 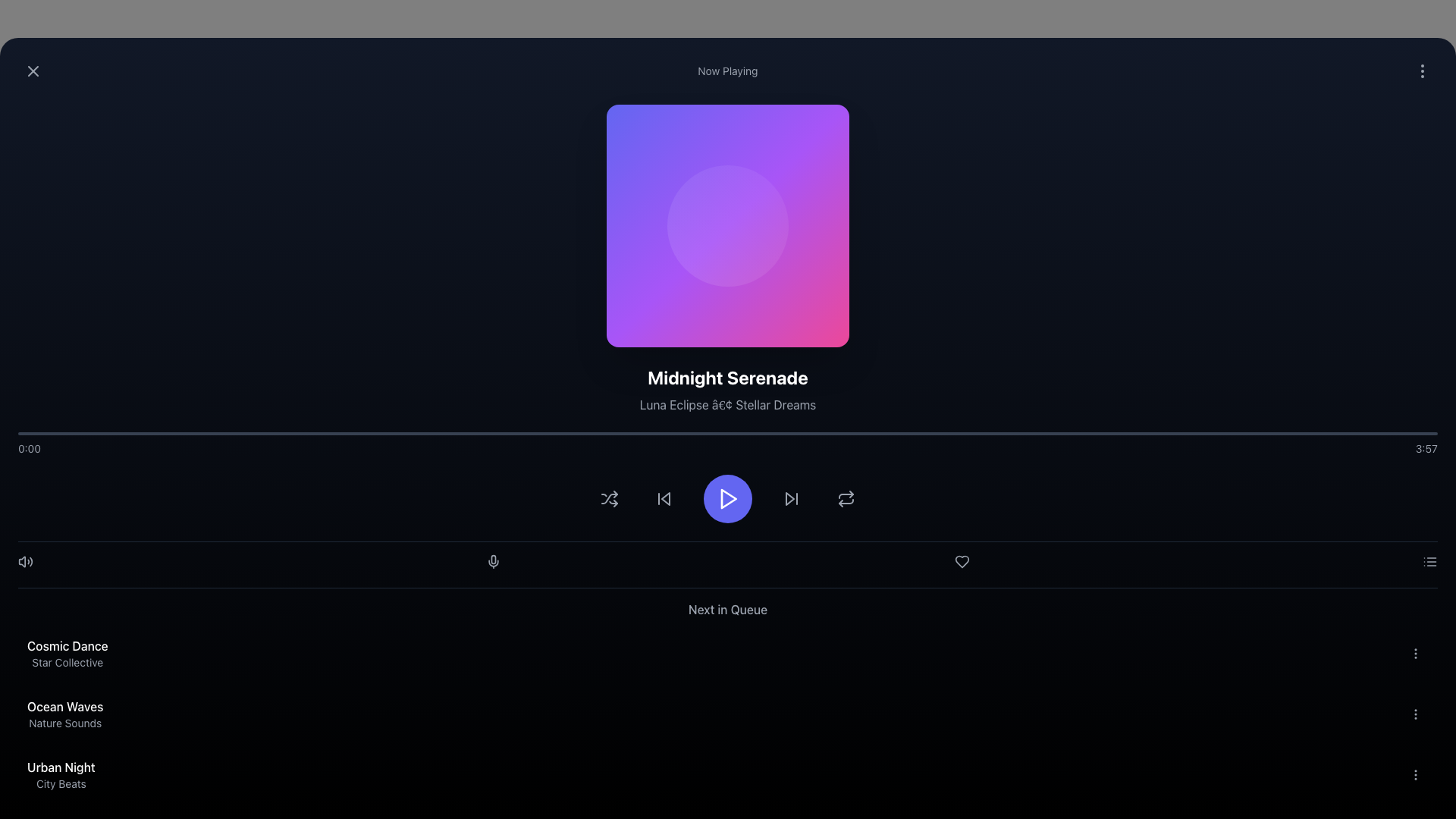 I want to click on the currently playing track information element, which displays the track title in bold and the artist or album details below it, located at the central-horizontal axis beneath the album artwork, so click(x=728, y=388).